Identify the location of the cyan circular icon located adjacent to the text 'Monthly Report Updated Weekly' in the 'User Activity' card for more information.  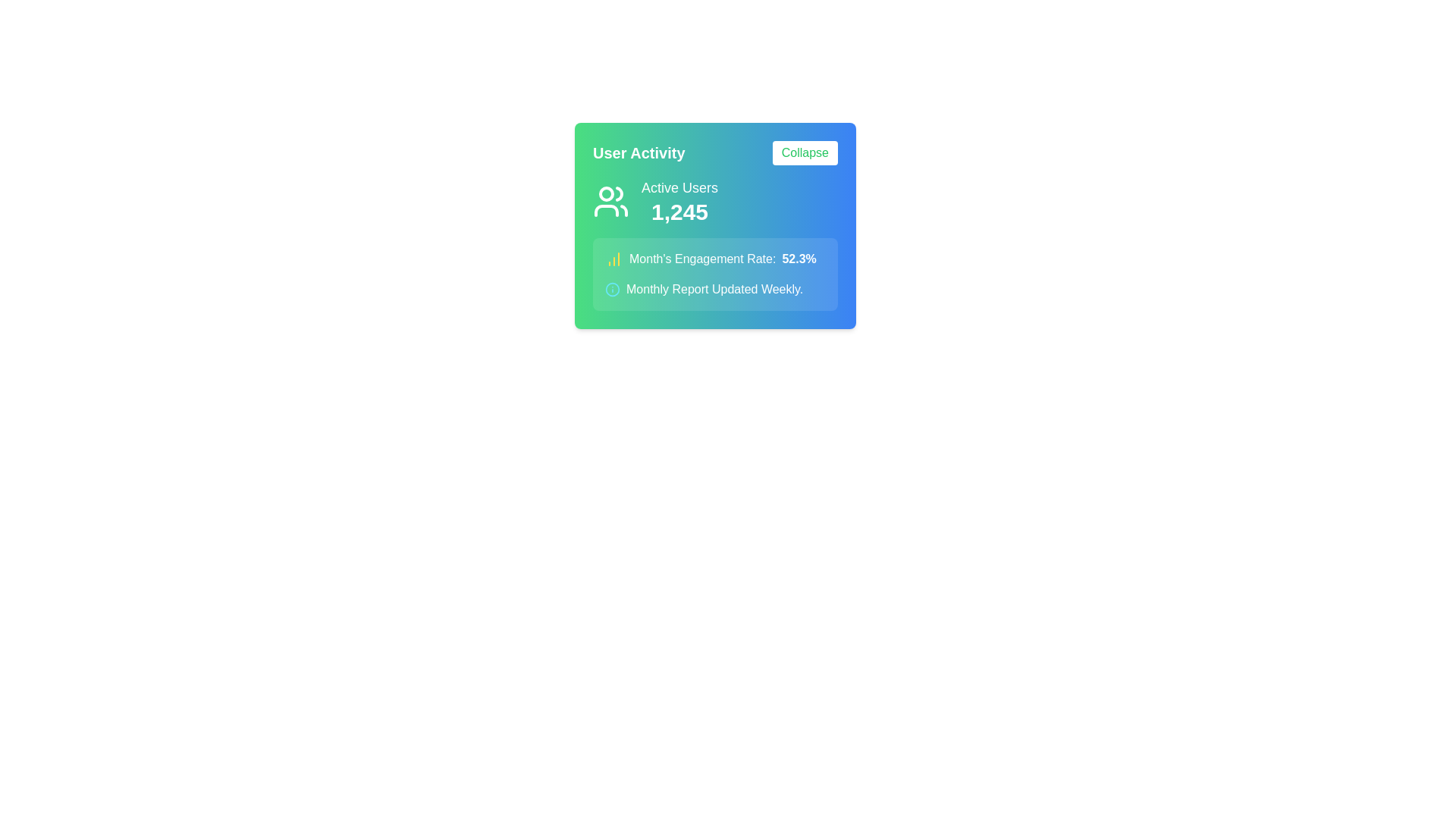
(612, 289).